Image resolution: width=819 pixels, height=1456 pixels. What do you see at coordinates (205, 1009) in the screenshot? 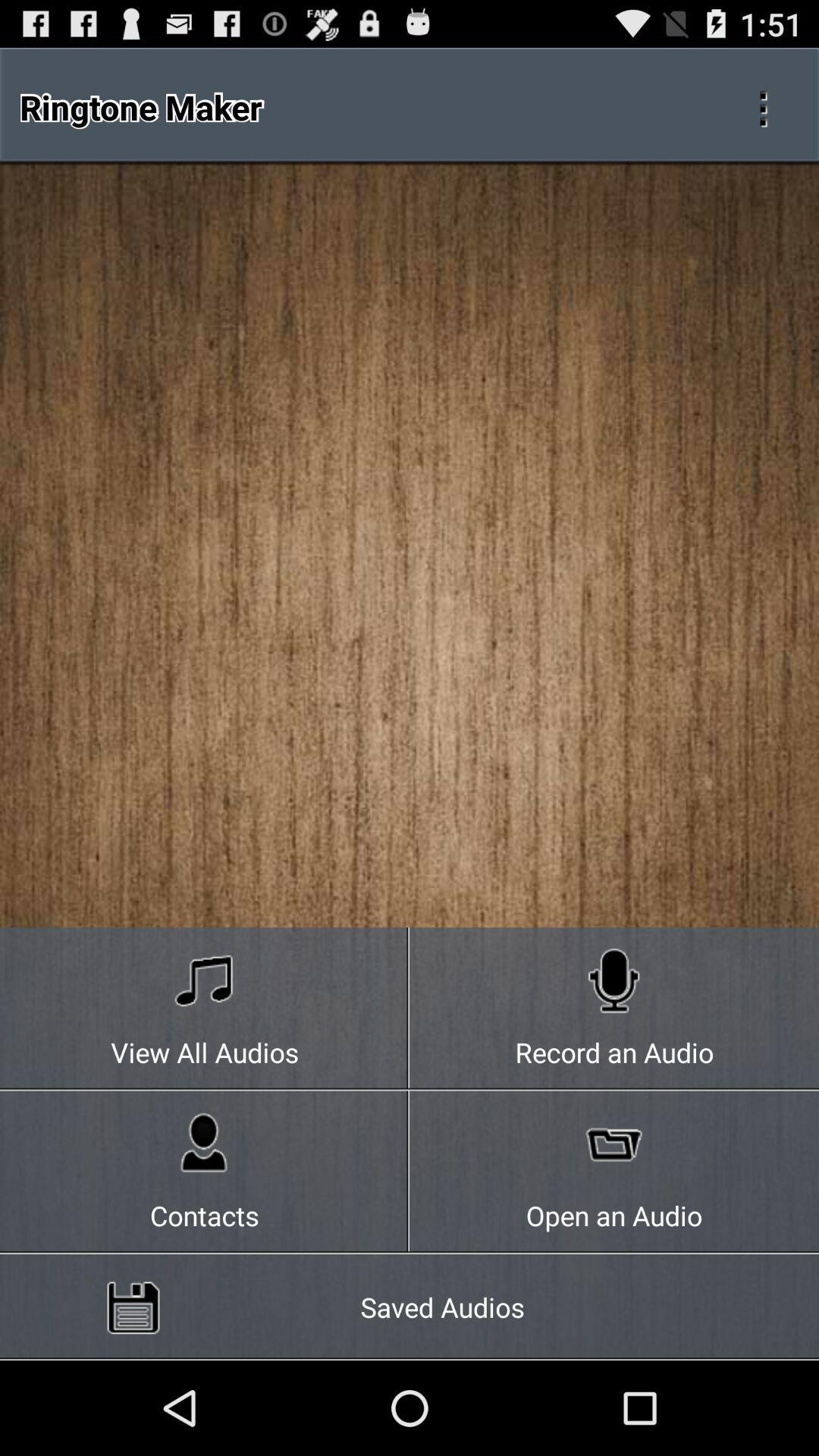
I see `the icon to the left of record an audio button` at bounding box center [205, 1009].